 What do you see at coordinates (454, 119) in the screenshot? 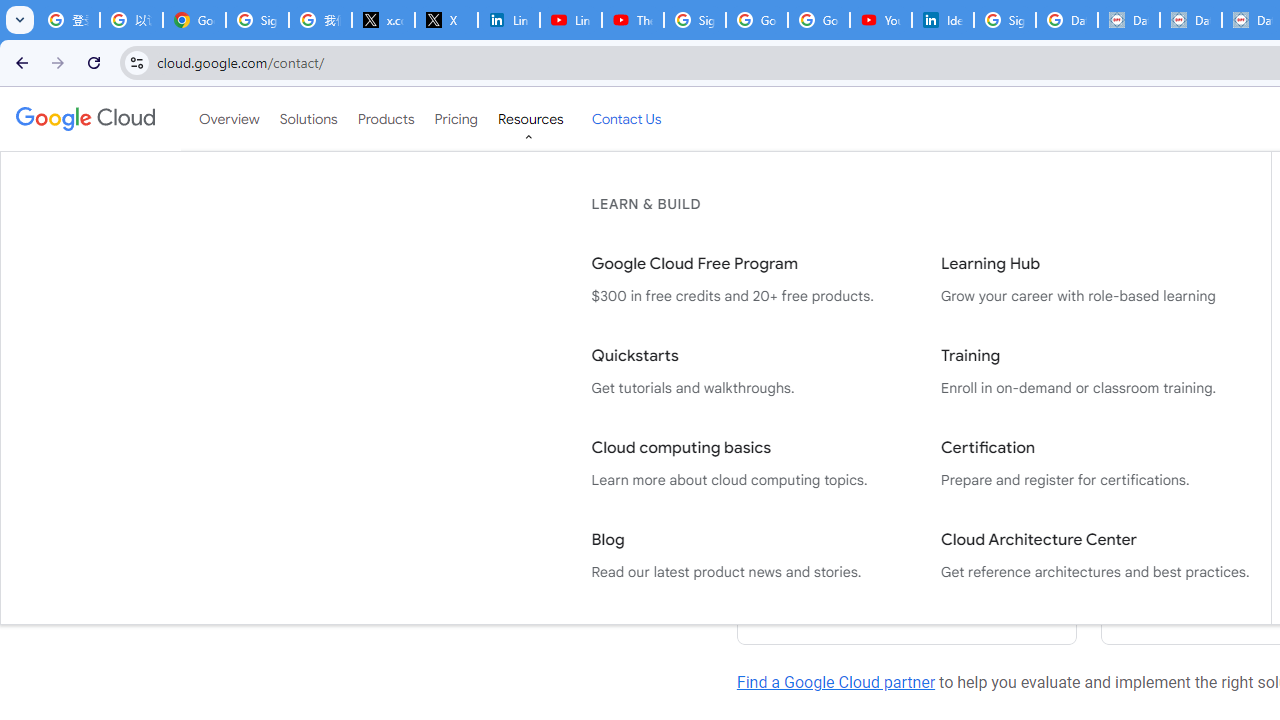
I see `'Pricing'` at bounding box center [454, 119].